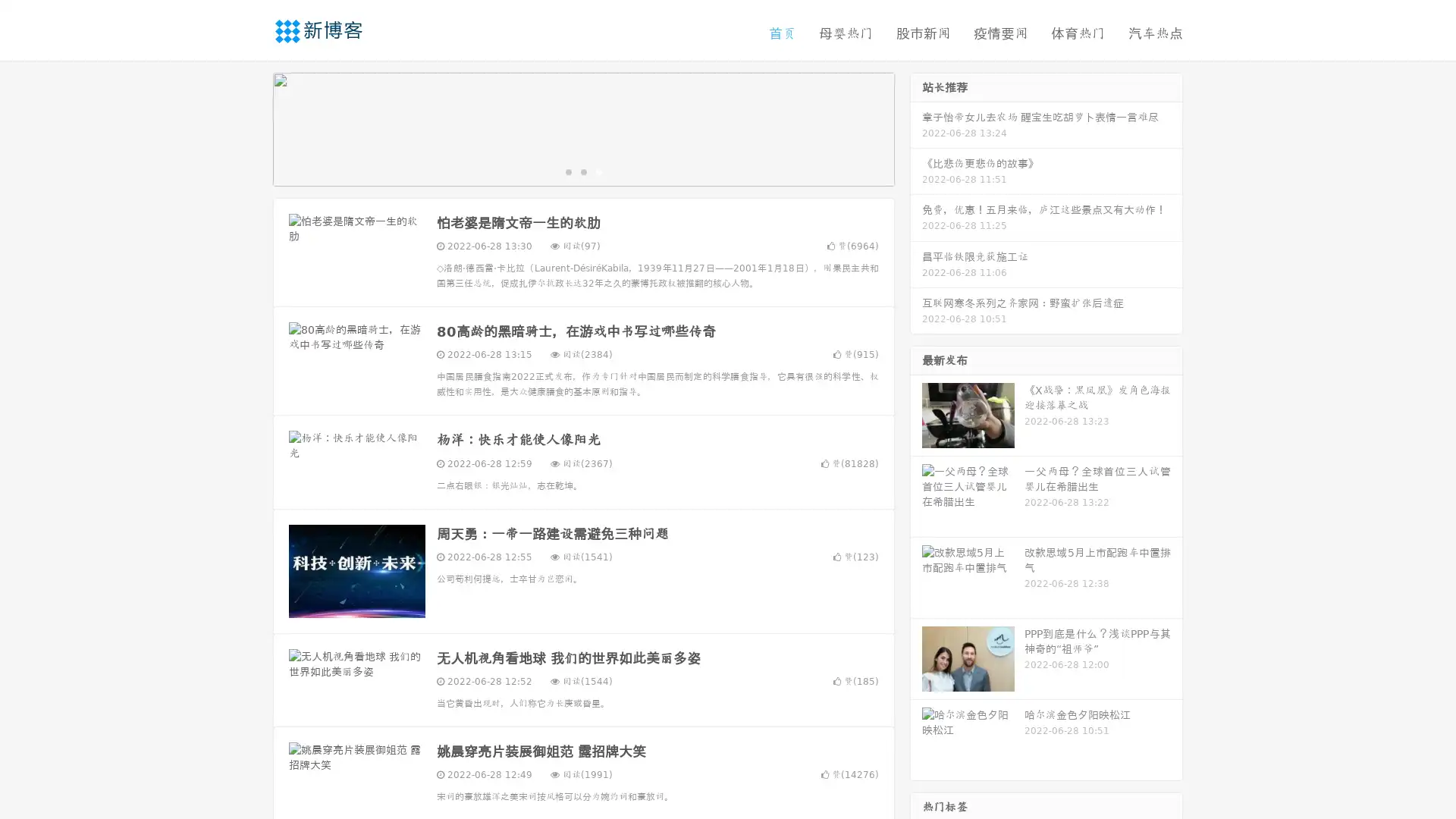 Image resolution: width=1456 pixels, height=819 pixels. What do you see at coordinates (916, 127) in the screenshot?
I see `Next slide` at bounding box center [916, 127].